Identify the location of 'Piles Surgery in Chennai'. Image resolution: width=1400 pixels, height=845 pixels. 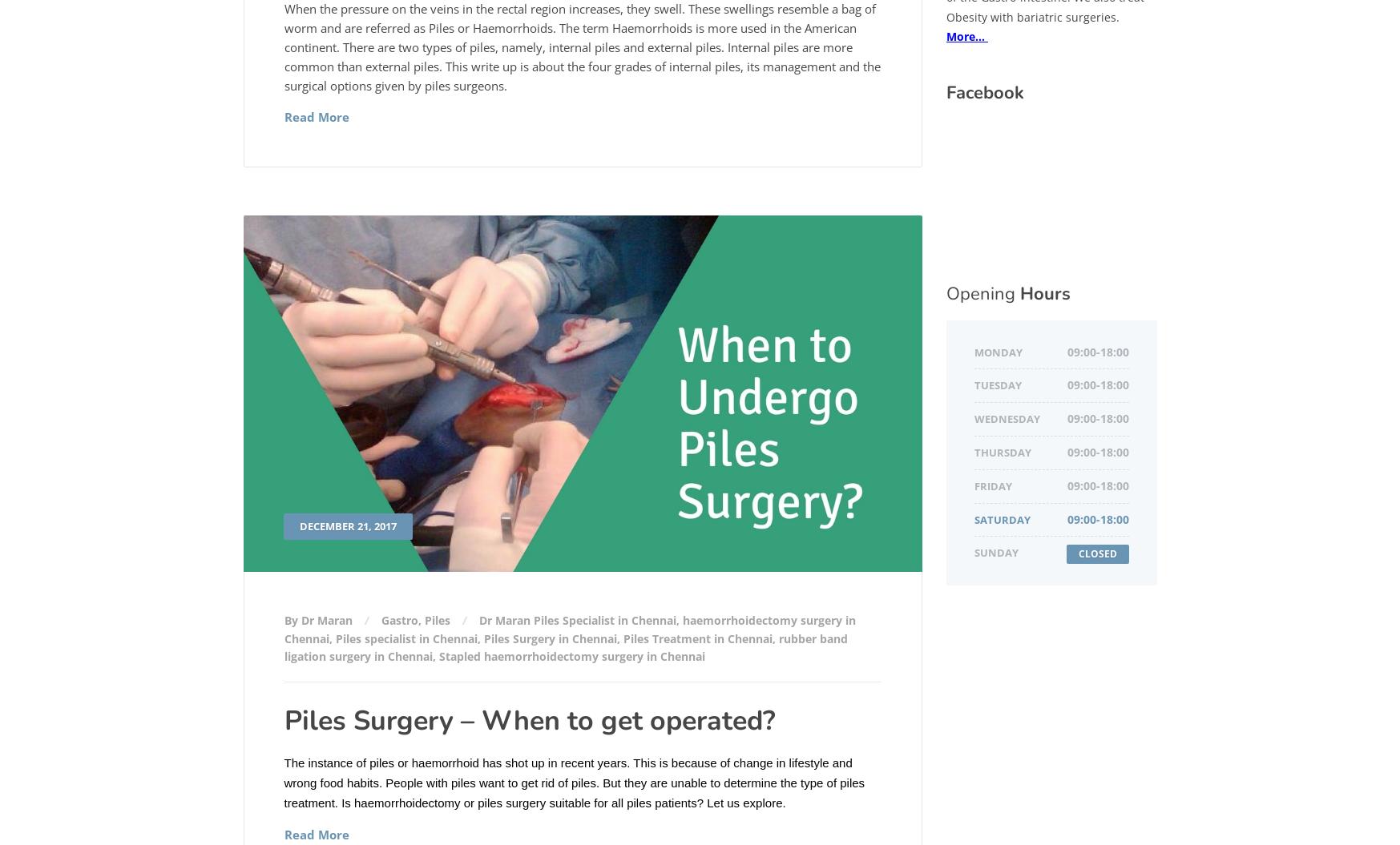
(549, 637).